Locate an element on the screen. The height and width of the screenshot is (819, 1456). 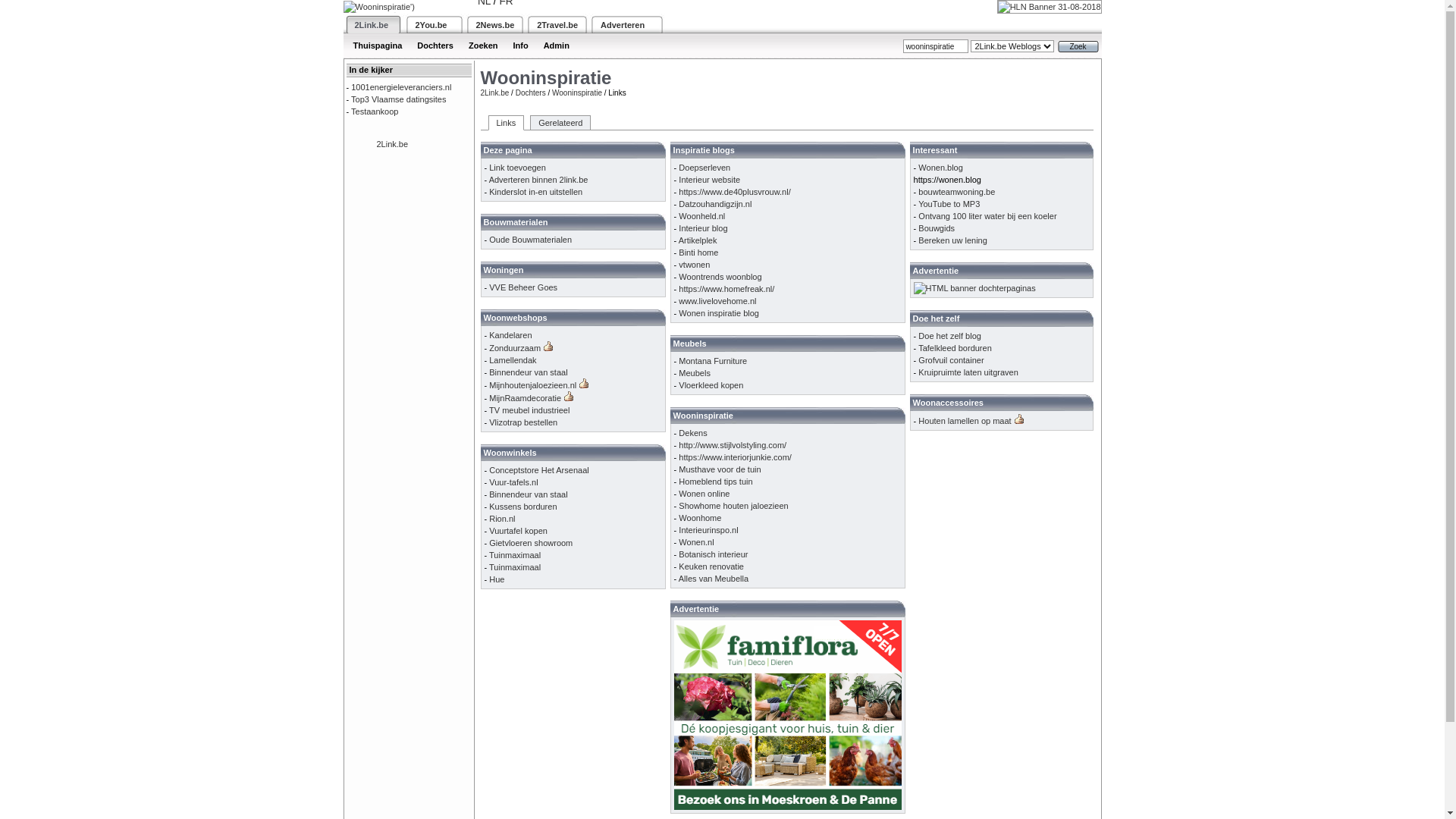
'Wonen.blog' is located at coordinates (940, 167).